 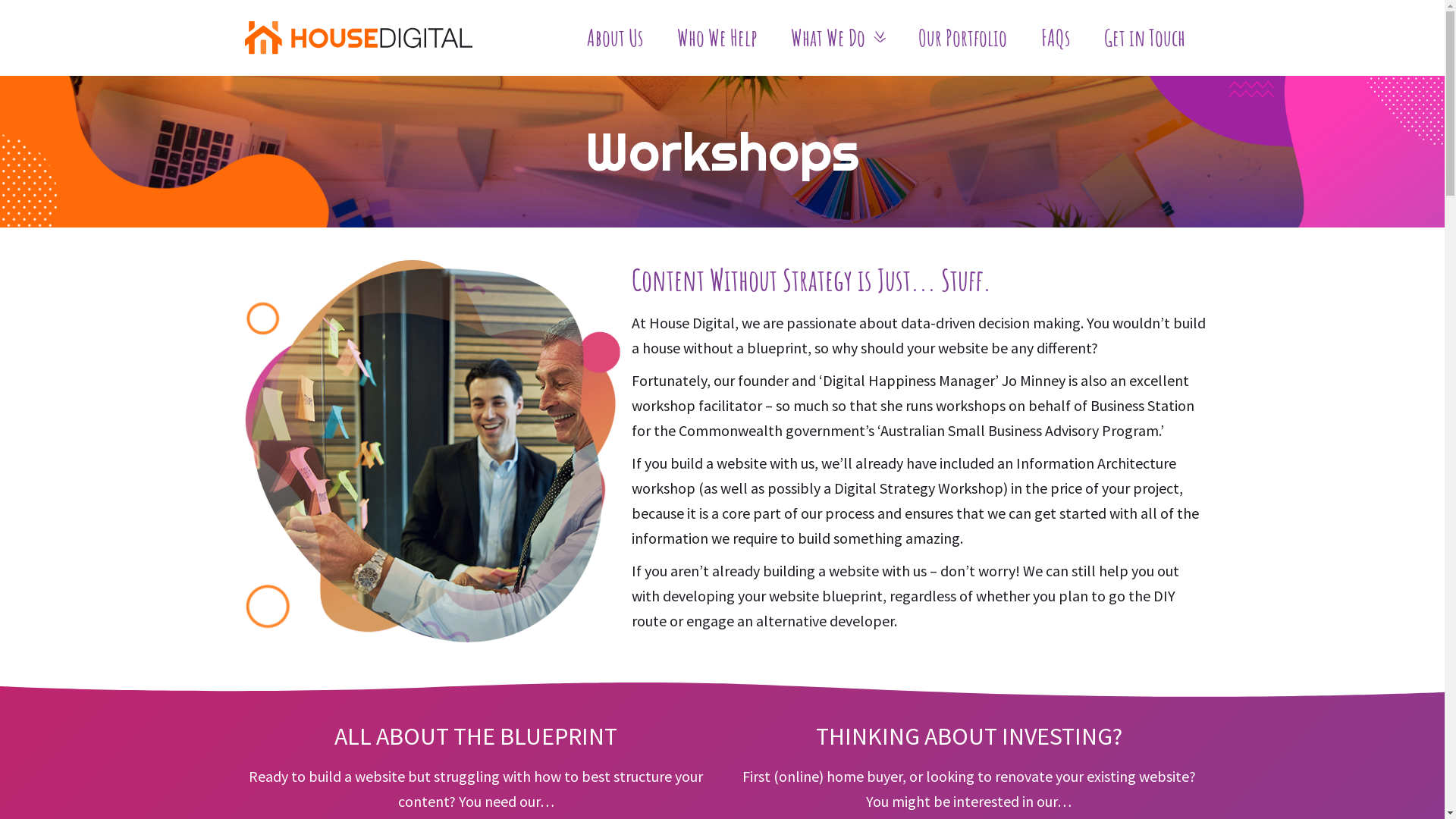 I want to click on 'What We Do', so click(x=836, y=37).